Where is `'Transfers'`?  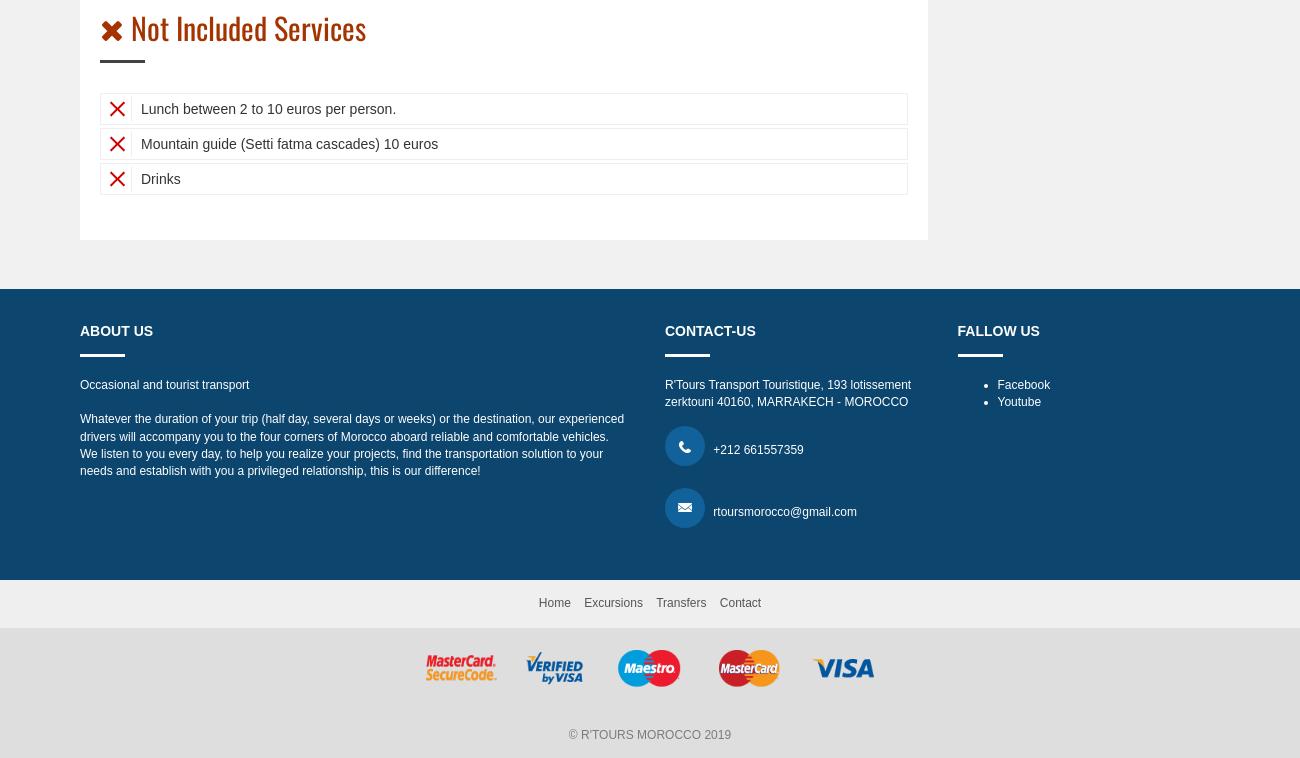 'Transfers' is located at coordinates (679, 602).